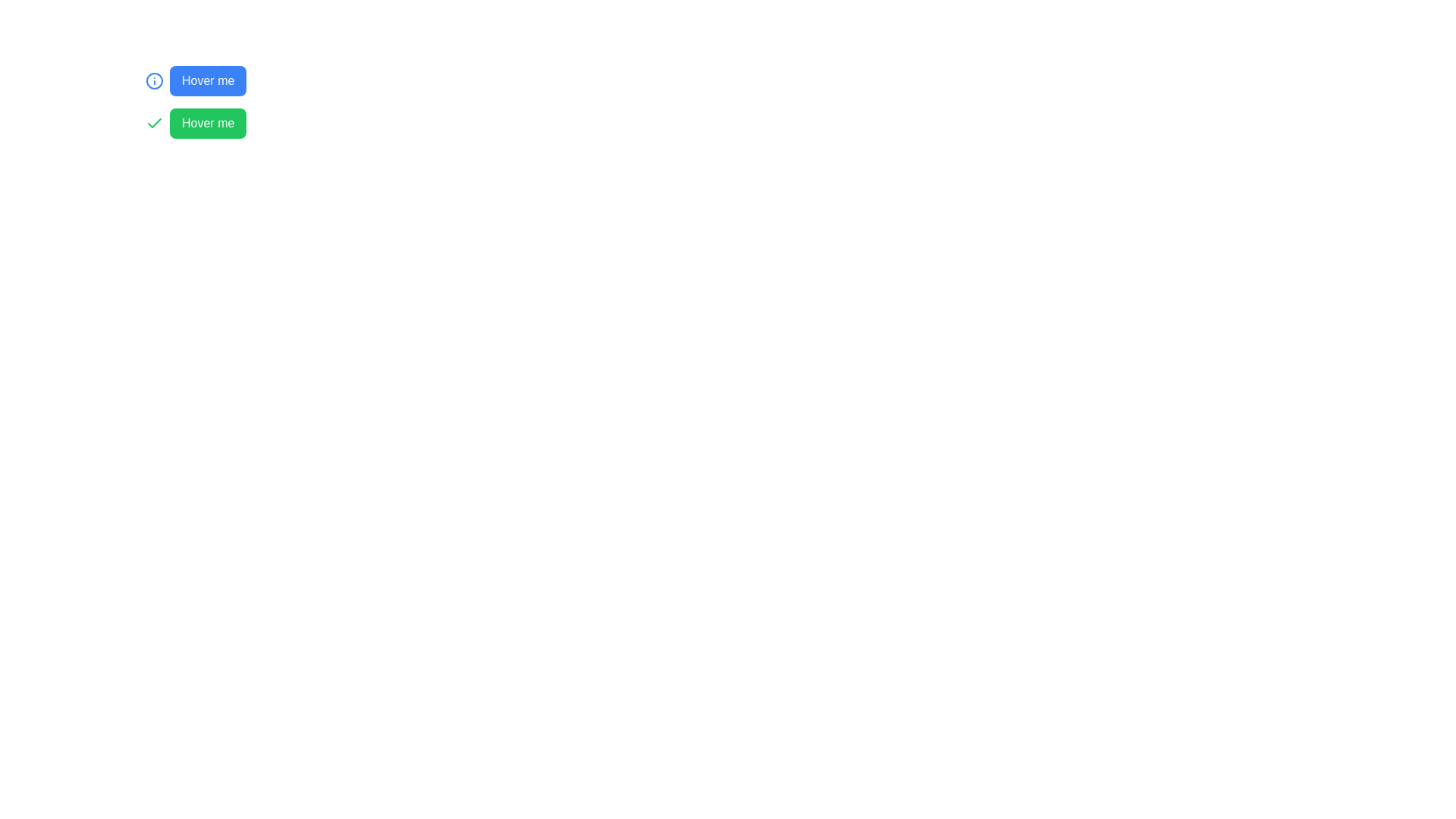  I want to click on the green checkmark icon, which is styled with a simple design and located to the left of the 'Hover me' text button, so click(154, 122).